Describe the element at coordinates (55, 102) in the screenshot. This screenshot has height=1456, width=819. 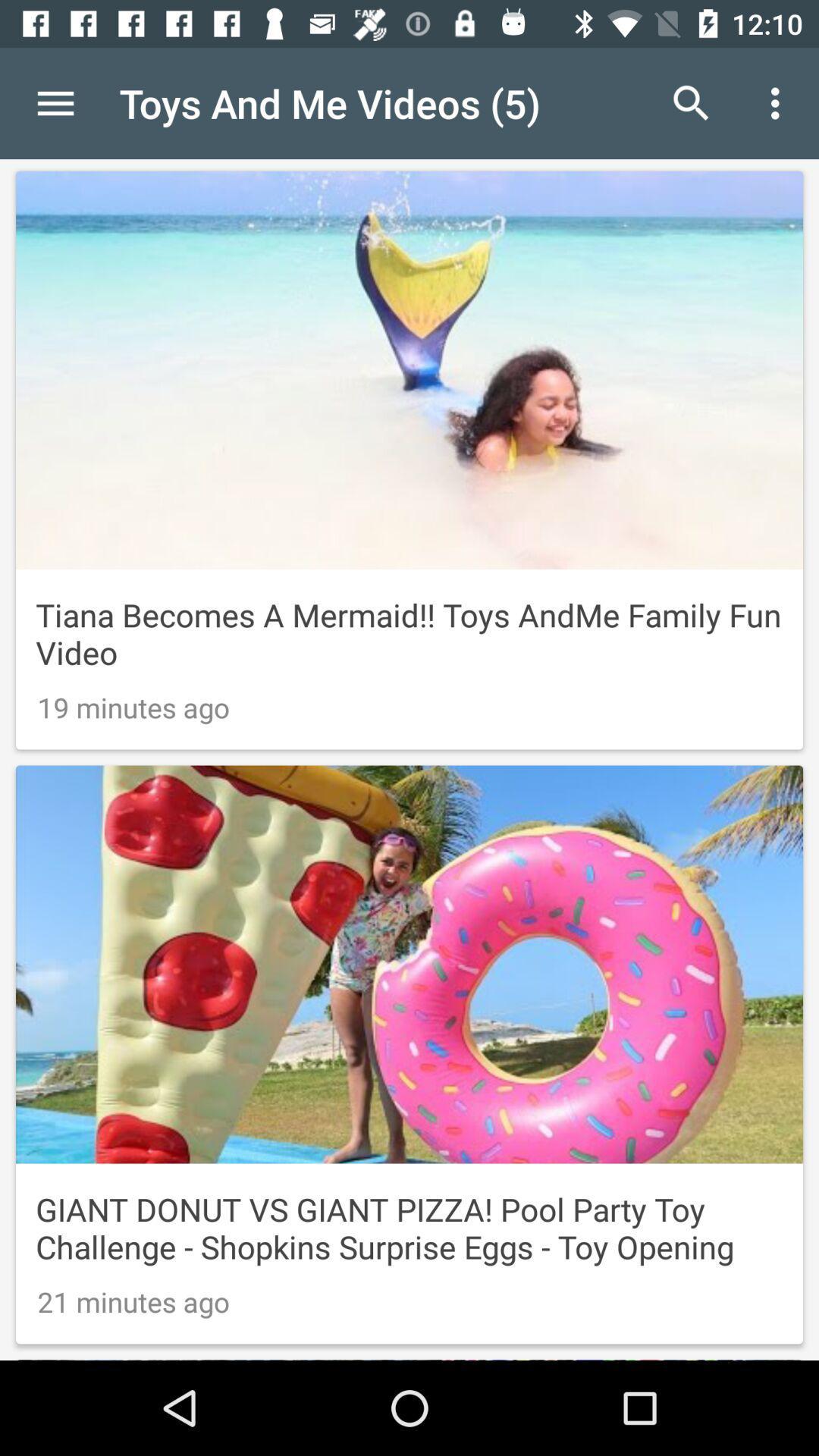
I see `icon at the top left corner` at that location.